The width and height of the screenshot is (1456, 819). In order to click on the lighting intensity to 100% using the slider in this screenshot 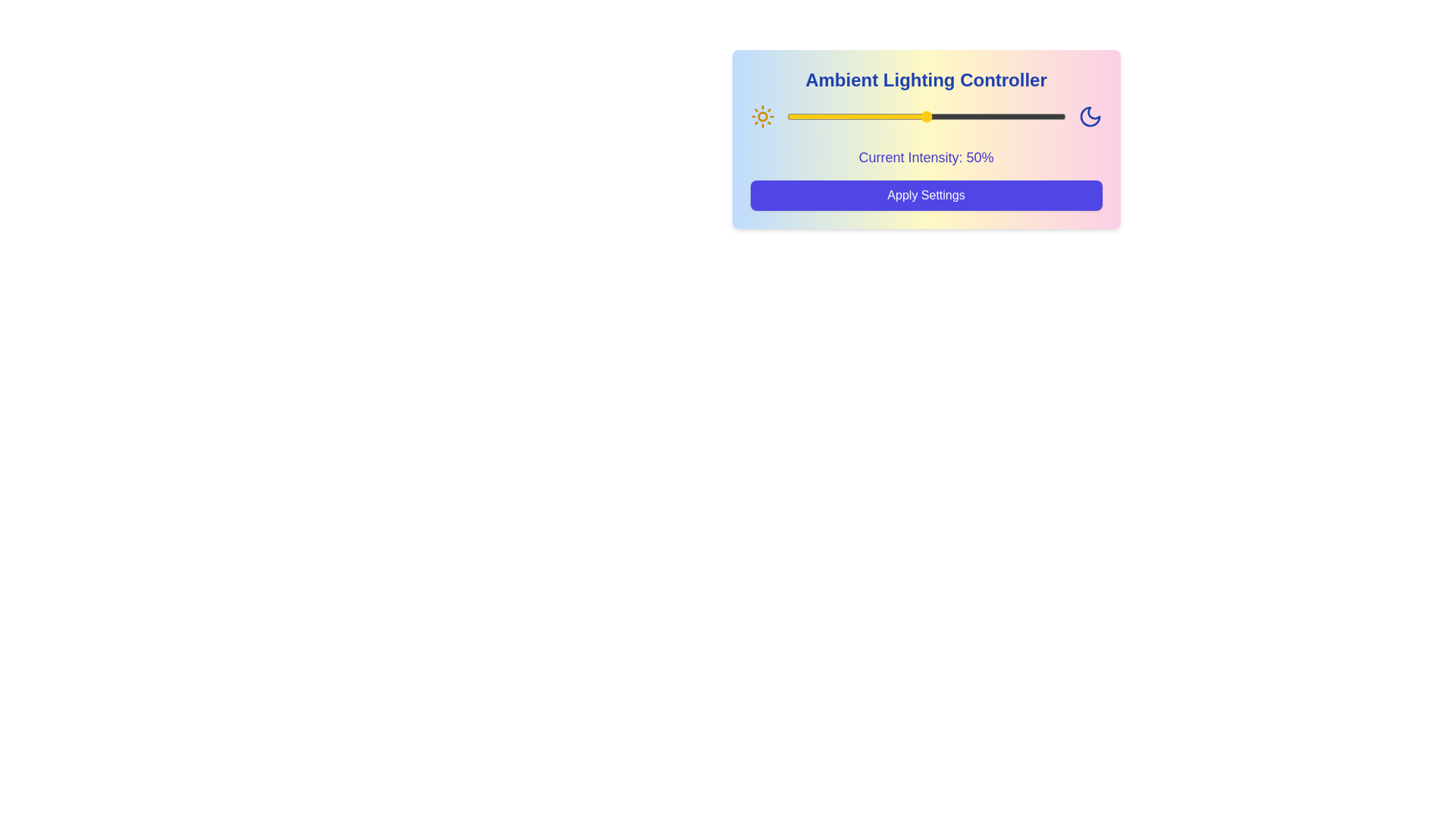, I will do `click(1065, 116)`.